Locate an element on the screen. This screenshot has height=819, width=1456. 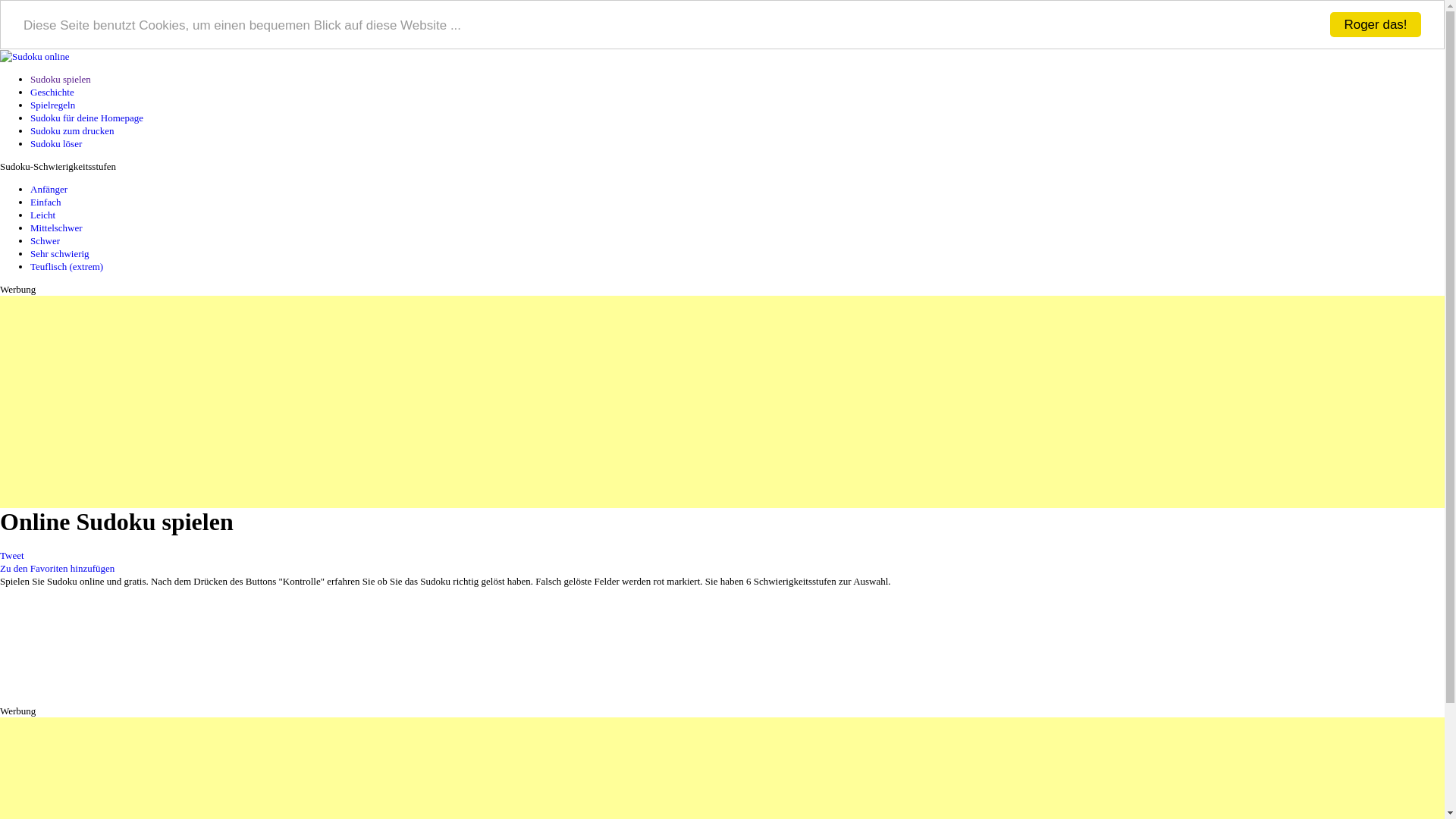
'Einfach' is located at coordinates (30, 201).